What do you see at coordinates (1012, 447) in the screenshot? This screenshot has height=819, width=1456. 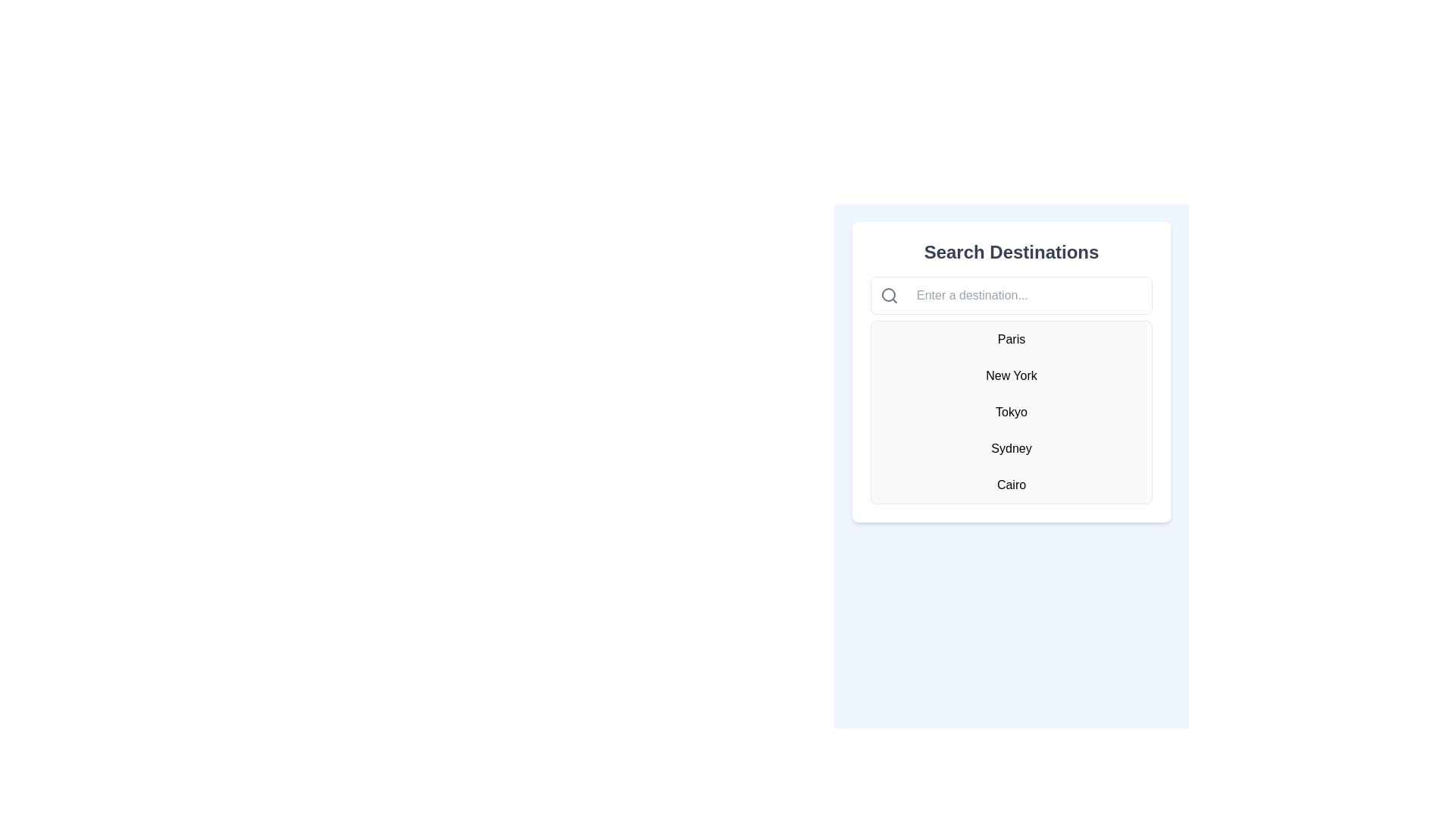 I see `to select the list item displaying 'Sydney', which is the fourth entry in the city names list` at bounding box center [1012, 447].